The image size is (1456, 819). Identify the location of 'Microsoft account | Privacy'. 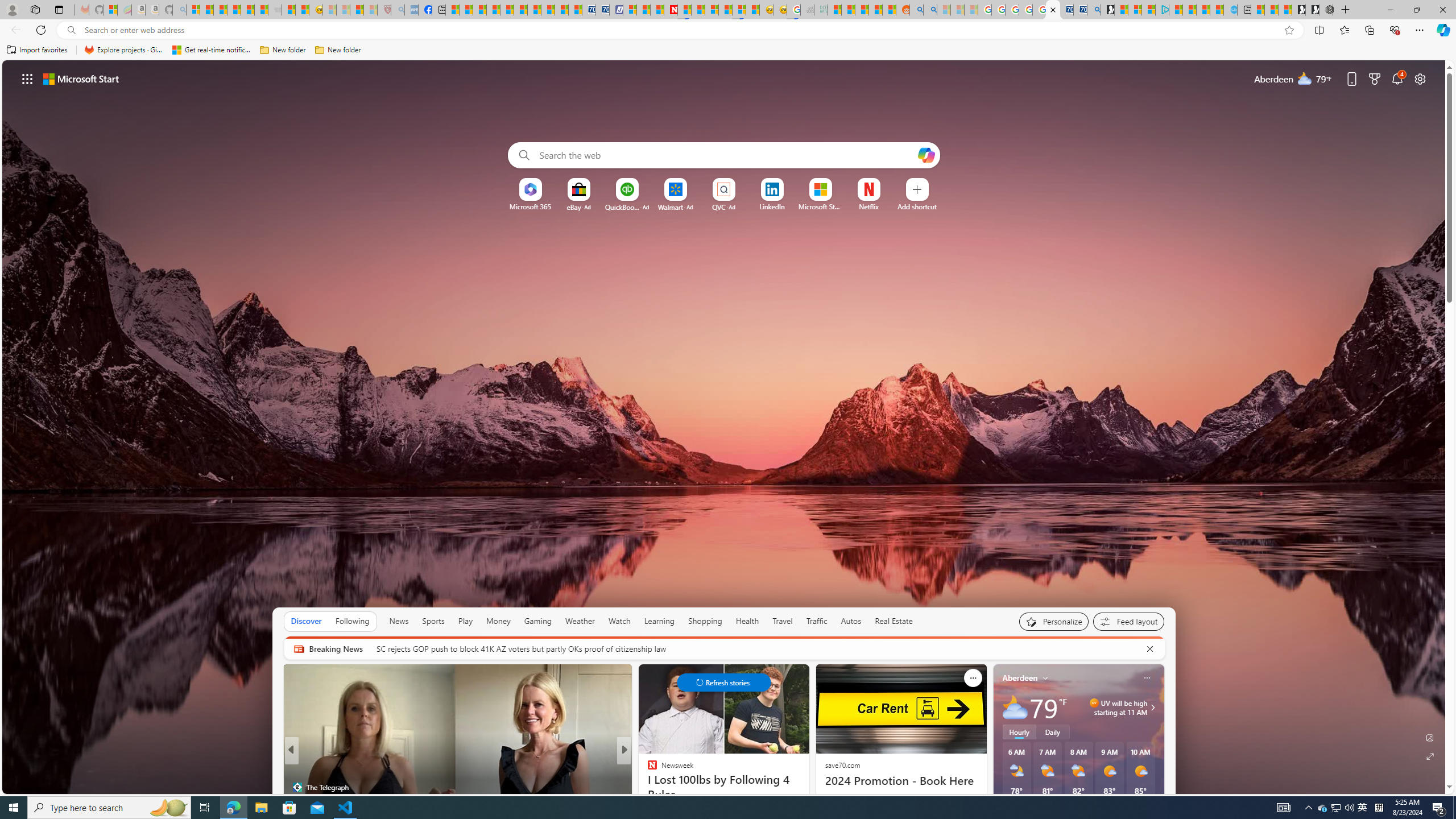
(1148, 9).